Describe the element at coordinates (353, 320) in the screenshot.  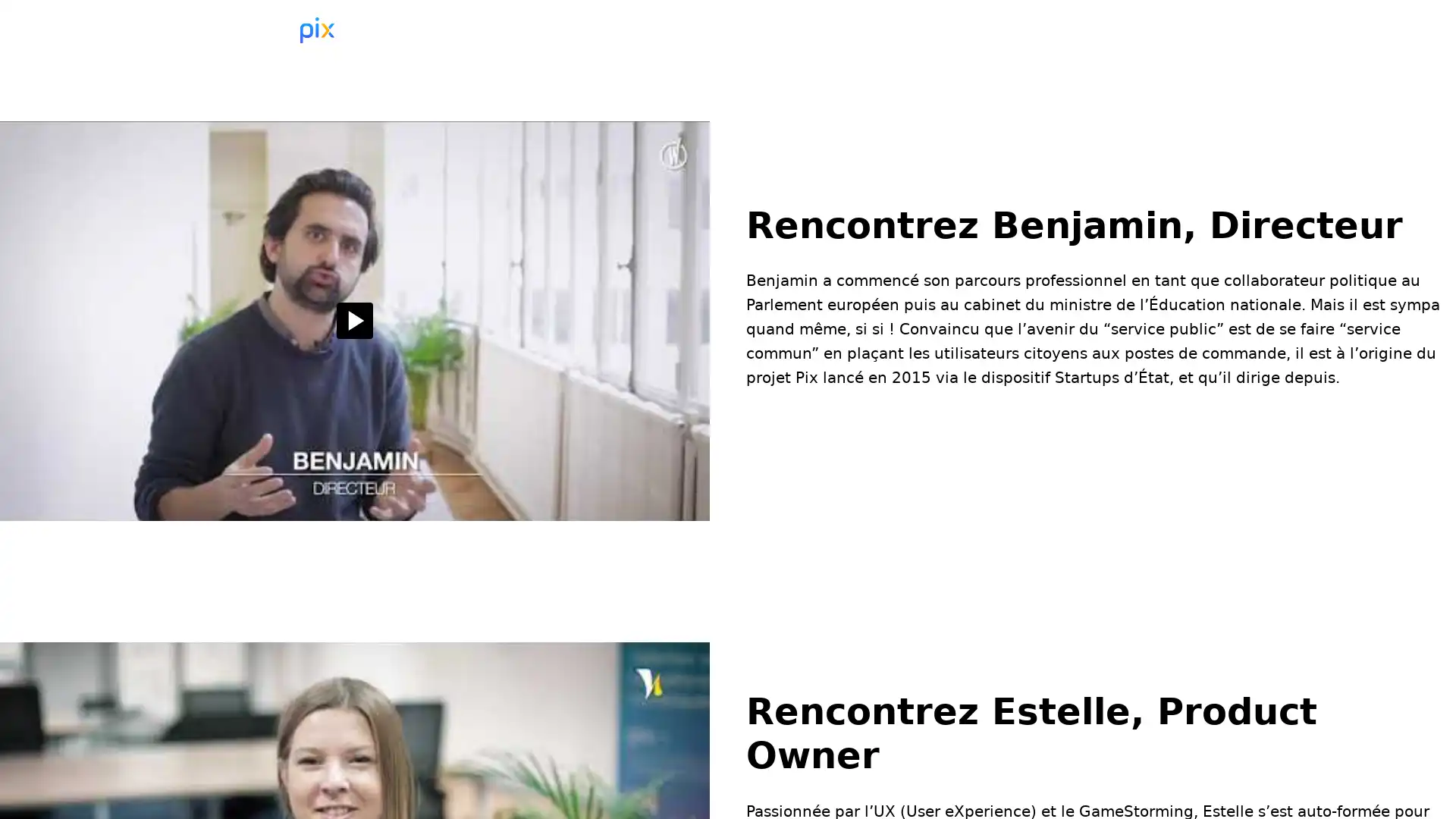
I see `Play` at that location.